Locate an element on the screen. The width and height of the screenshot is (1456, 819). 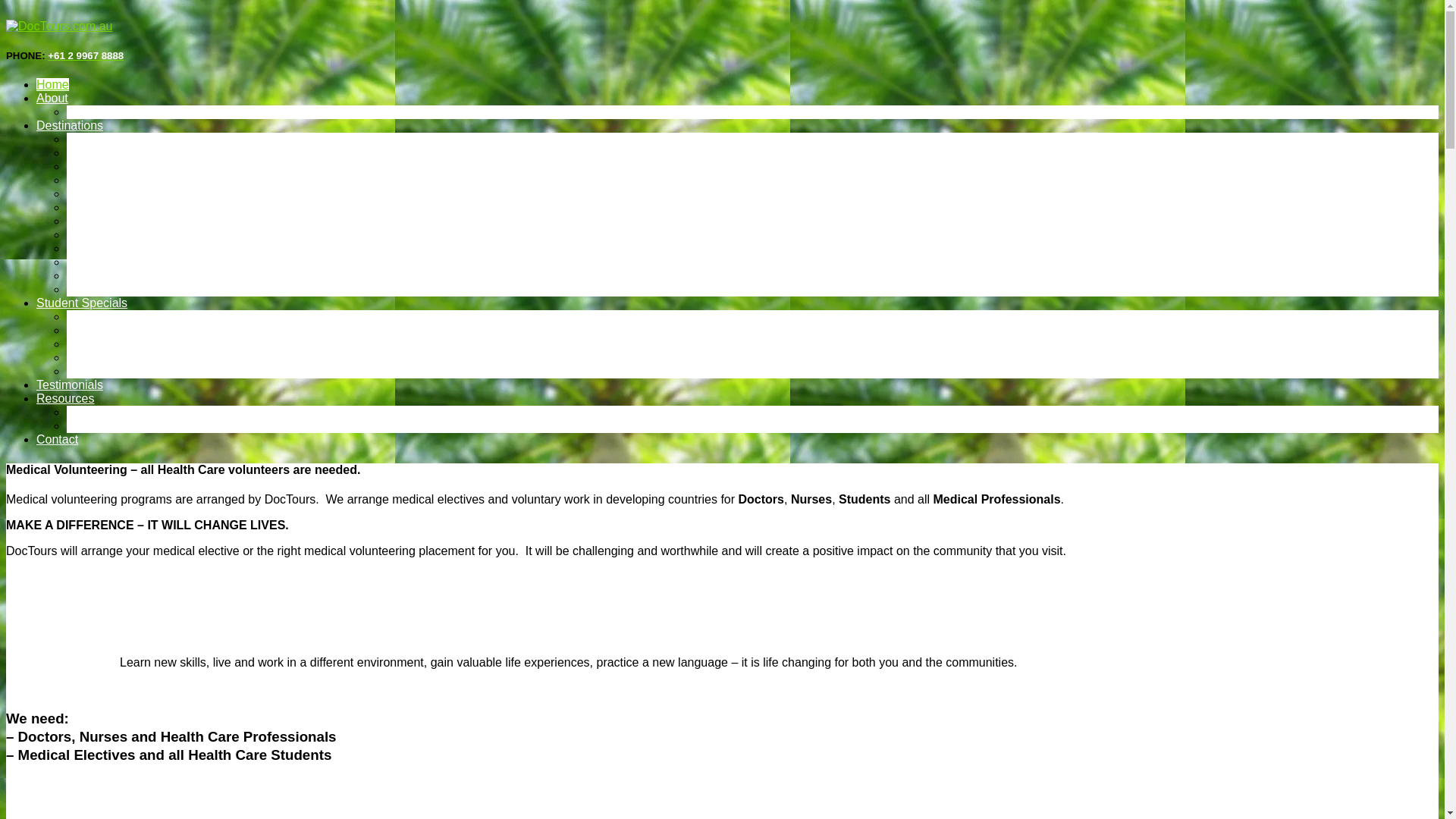
'Ecuador' is located at coordinates (65, 152).